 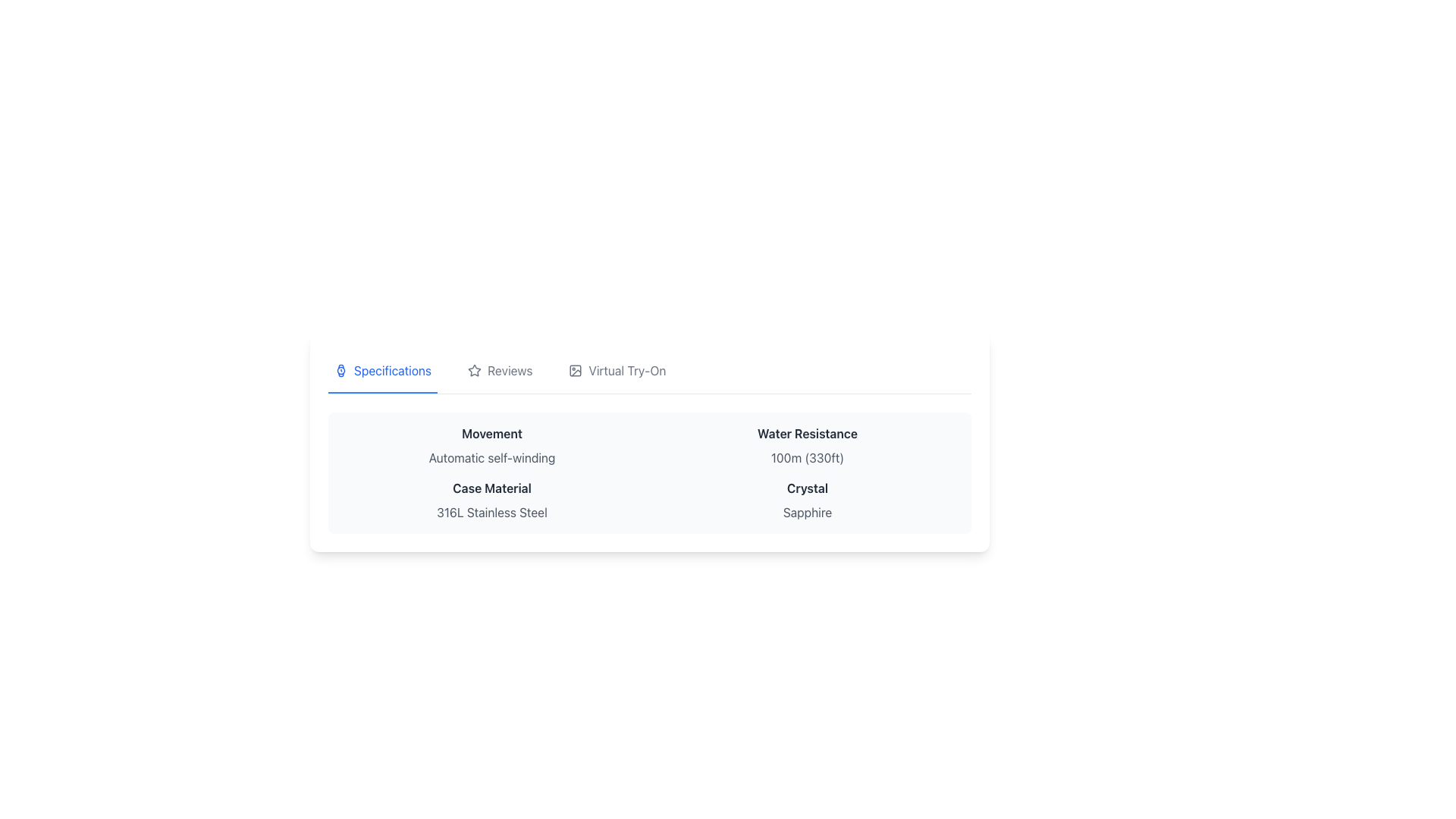 What do you see at coordinates (491, 512) in the screenshot?
I see `the text element displaying '316L Stainless Steel', which is the second line below the 'Case Material' header in the specification table` at bounding box center [491, 512].